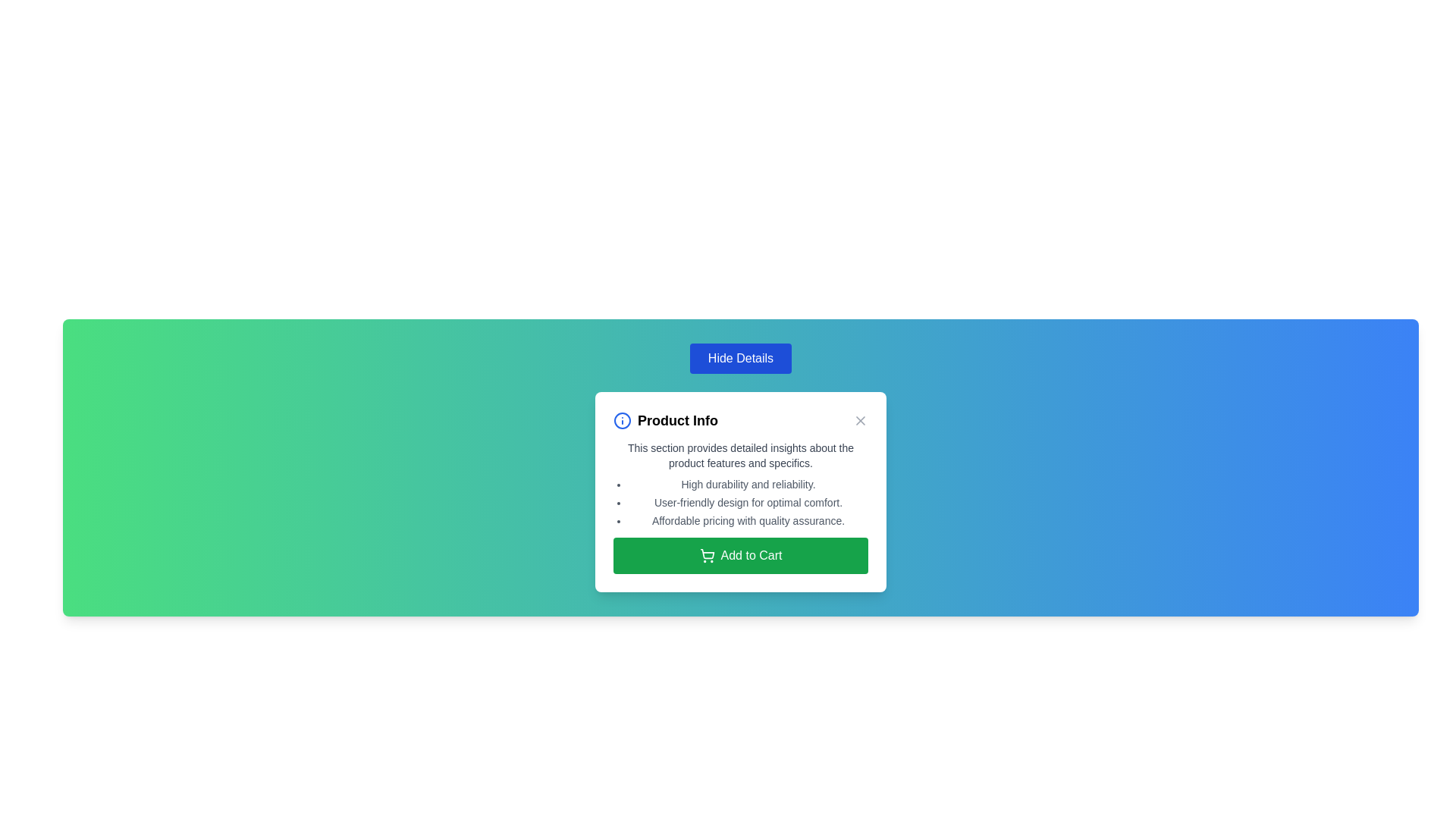 Image resolution: width=1456 pixels, height=819 pixels. What do you see at coordinates (860, 421) in the screenshot?
I see `the close button located in the top-right corner of the 'Product Info' section` at bounding box center [860, 421].